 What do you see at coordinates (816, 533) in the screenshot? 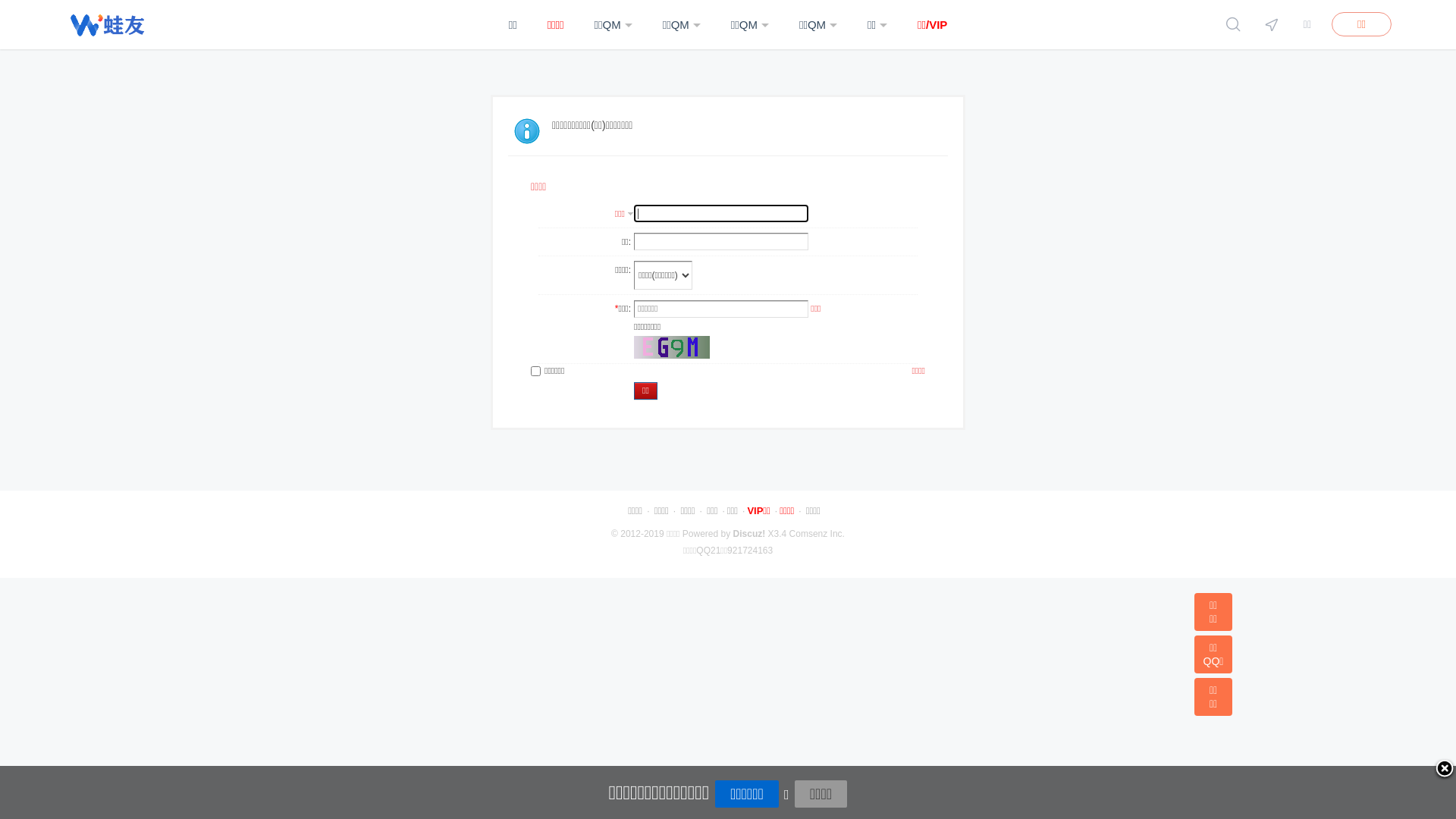
I see `'Comsenz Inc.'` at bounding box center [816, 533].